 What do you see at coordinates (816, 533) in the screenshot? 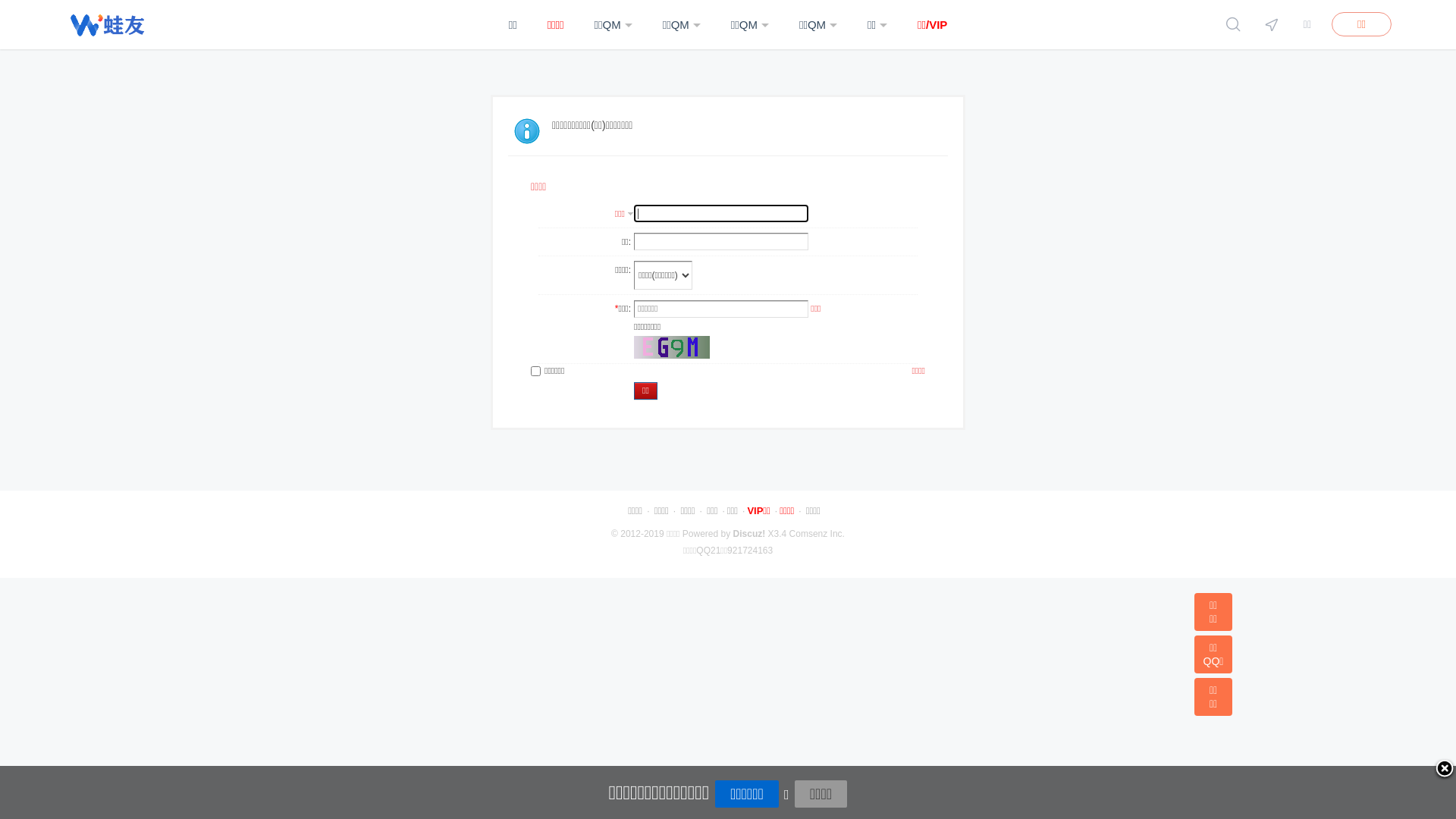
I see `'Comsenz Inc.'` at bounding box center [816, 533].